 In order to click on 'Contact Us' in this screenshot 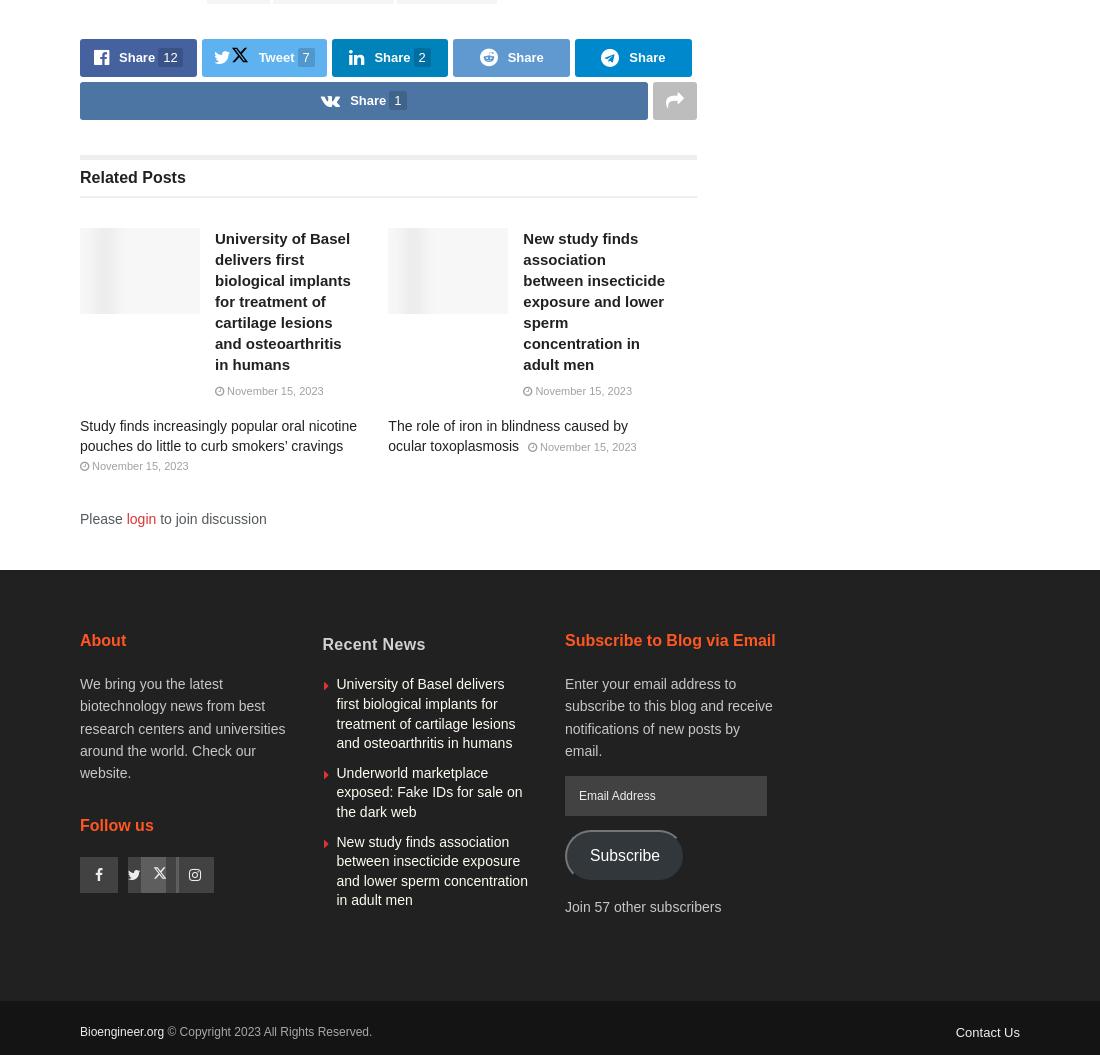, I will do `click(986, 1030)`.